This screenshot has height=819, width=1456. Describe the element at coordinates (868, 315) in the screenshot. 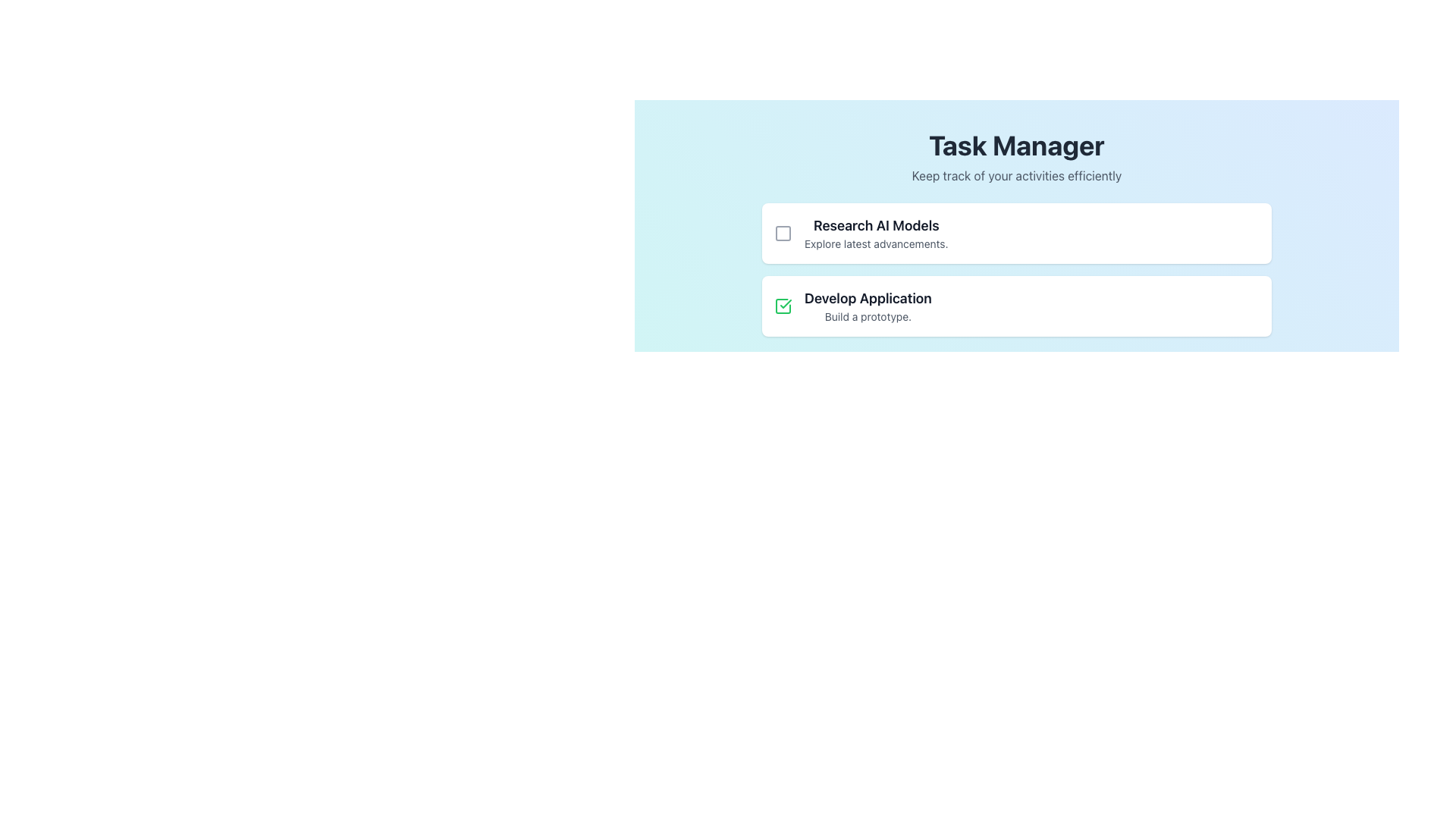

I see `the Text Label that provides additional details or instructions related to 'Develop Application.'` at that location.